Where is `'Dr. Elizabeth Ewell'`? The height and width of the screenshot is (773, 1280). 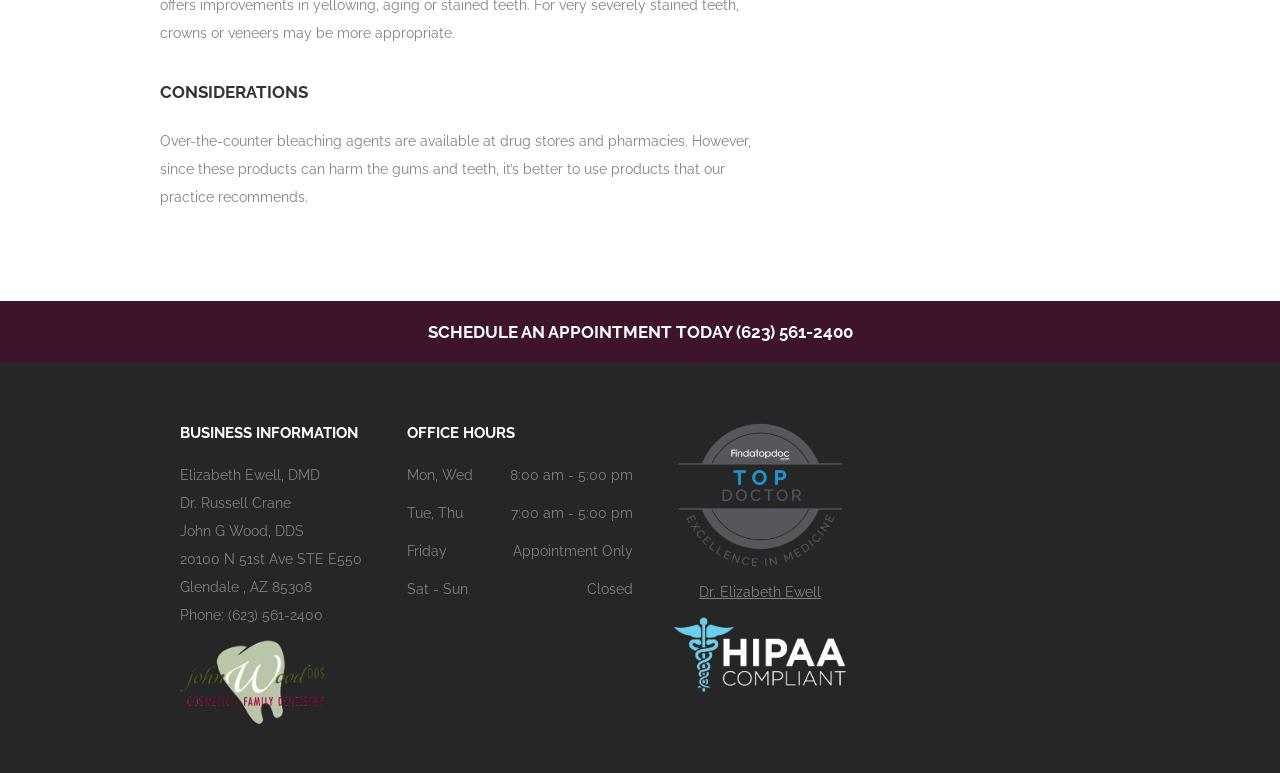
'Dr. Elizabeth Ewell' is located at coordinates (759, 591).